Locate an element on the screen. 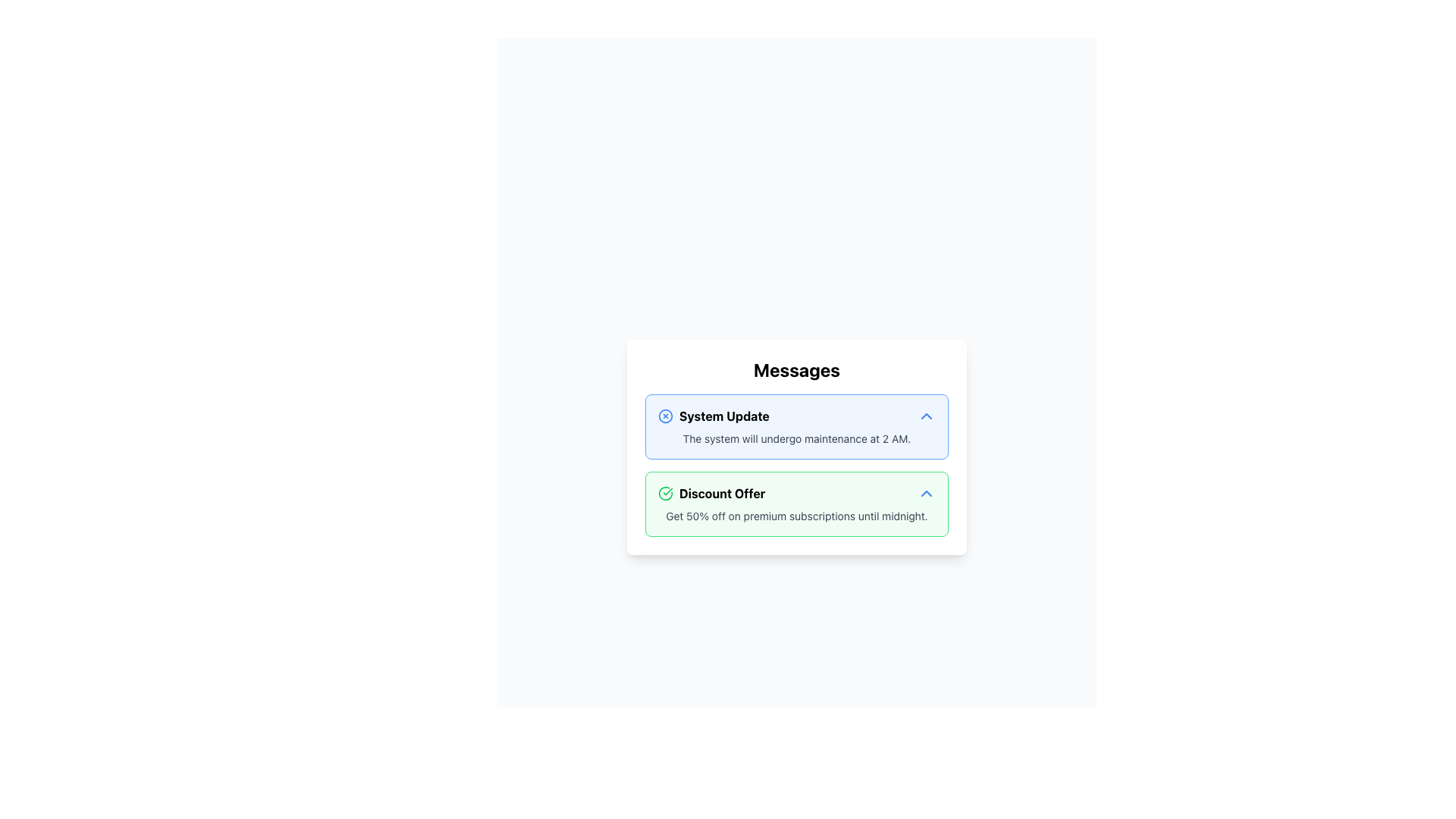 The width and height of the screenshot is (1456, 819). the associated icons is located at coordinates (796, 416).